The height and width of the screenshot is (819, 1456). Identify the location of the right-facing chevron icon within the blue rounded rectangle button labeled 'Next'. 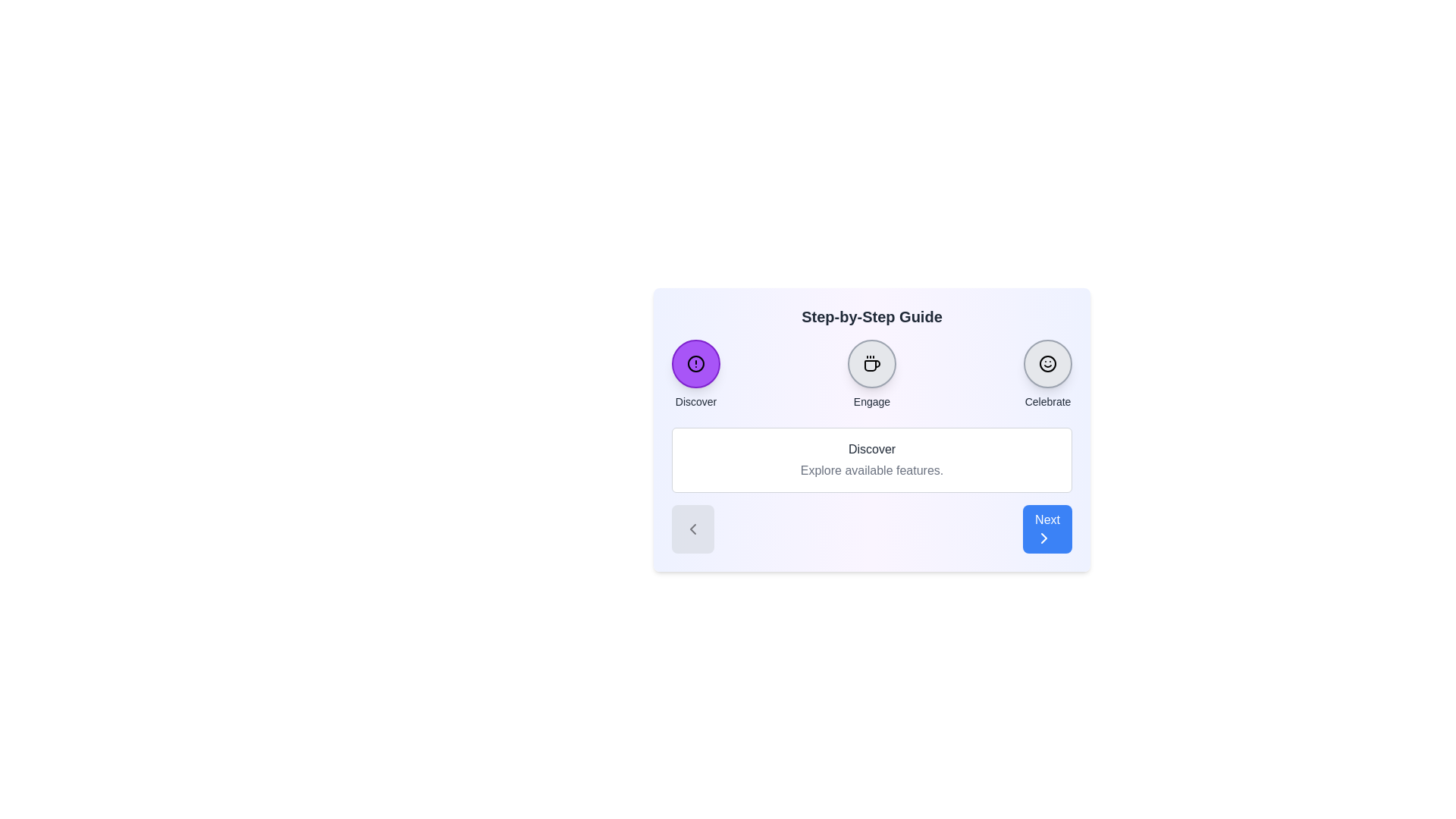
(1043, 537).